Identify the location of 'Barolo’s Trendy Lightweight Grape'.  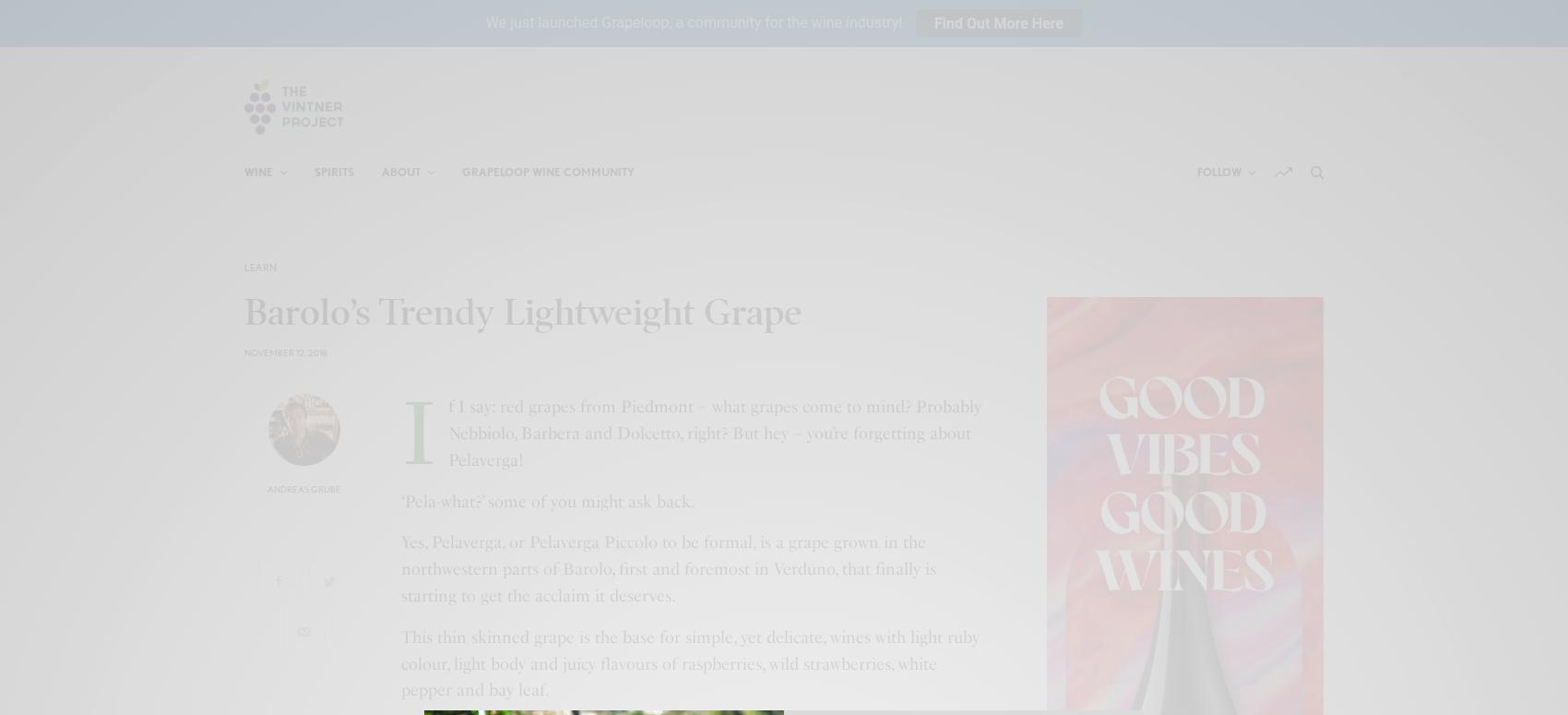
(244, 311).